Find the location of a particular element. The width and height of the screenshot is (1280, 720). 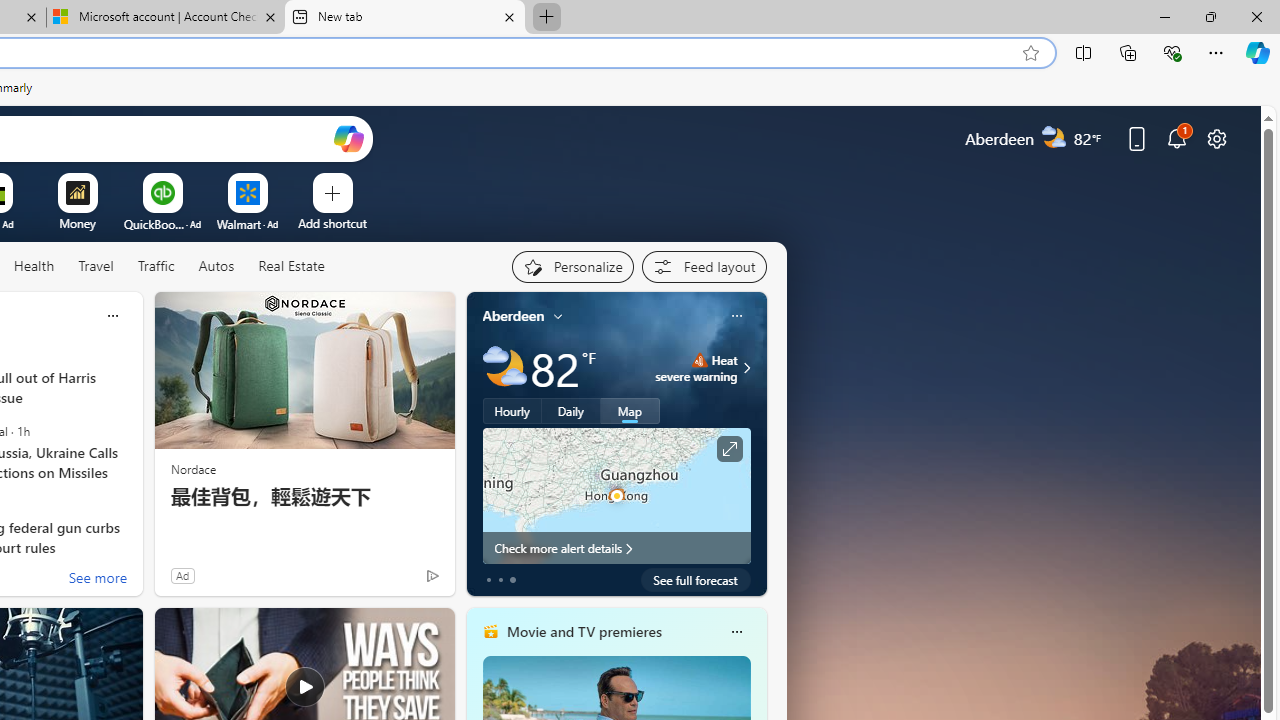

'Travel' is located at coordinates (95, 266).